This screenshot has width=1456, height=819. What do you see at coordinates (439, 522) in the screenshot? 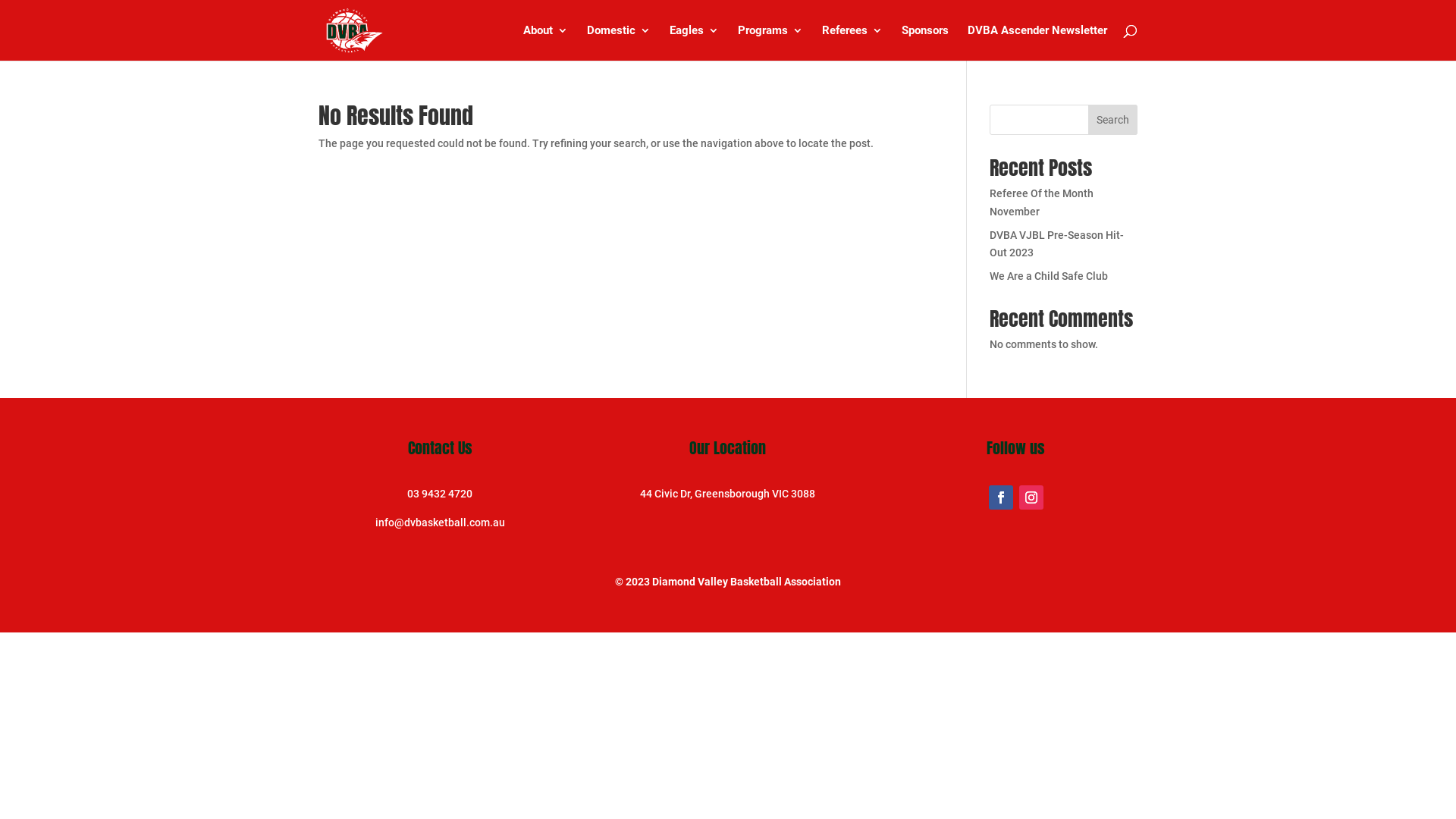
I see `'info@dvbasketball.com.au'` at bounding box center [439, 522].